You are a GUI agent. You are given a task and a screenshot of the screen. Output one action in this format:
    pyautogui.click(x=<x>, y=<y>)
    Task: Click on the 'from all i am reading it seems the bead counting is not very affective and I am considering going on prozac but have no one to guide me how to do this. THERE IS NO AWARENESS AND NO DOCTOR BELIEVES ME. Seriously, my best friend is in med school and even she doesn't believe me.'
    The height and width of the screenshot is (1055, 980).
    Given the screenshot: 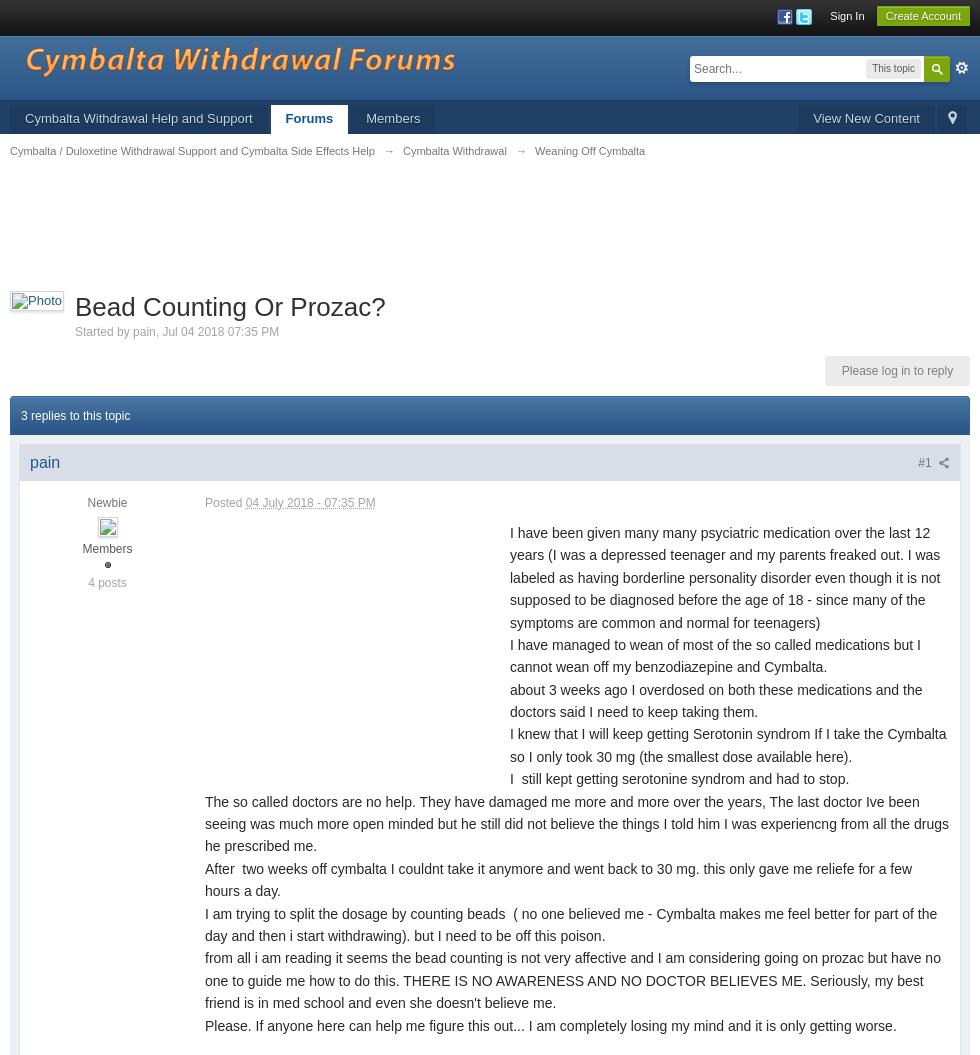 What is the action you would take?
    pyautogui.click(x=572, y=980)
    